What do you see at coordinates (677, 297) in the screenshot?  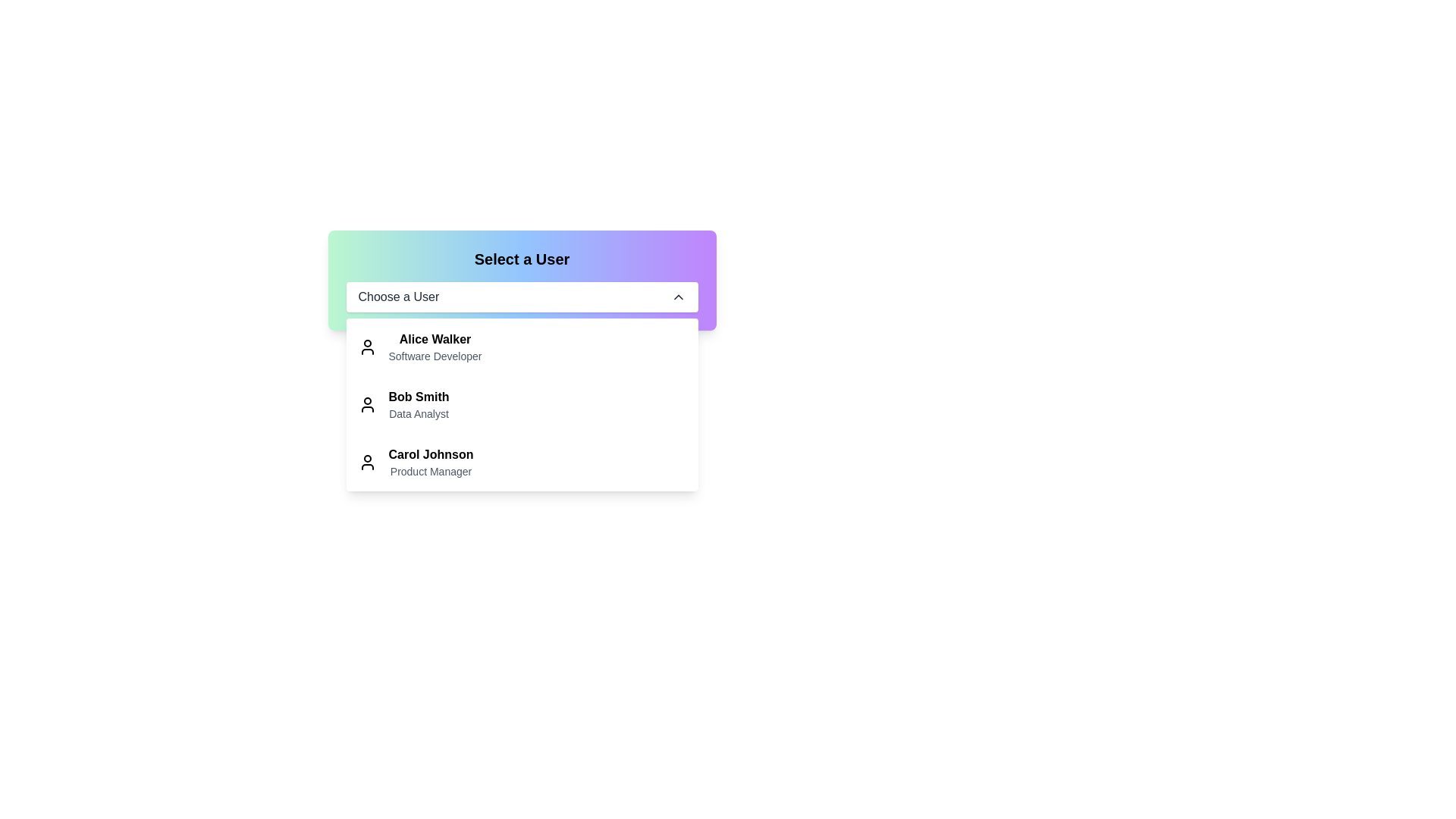 I see `the upward-pointing chevron icon button located at the far right of the 'Choose a User' bar` at bounding box center [677, 297].